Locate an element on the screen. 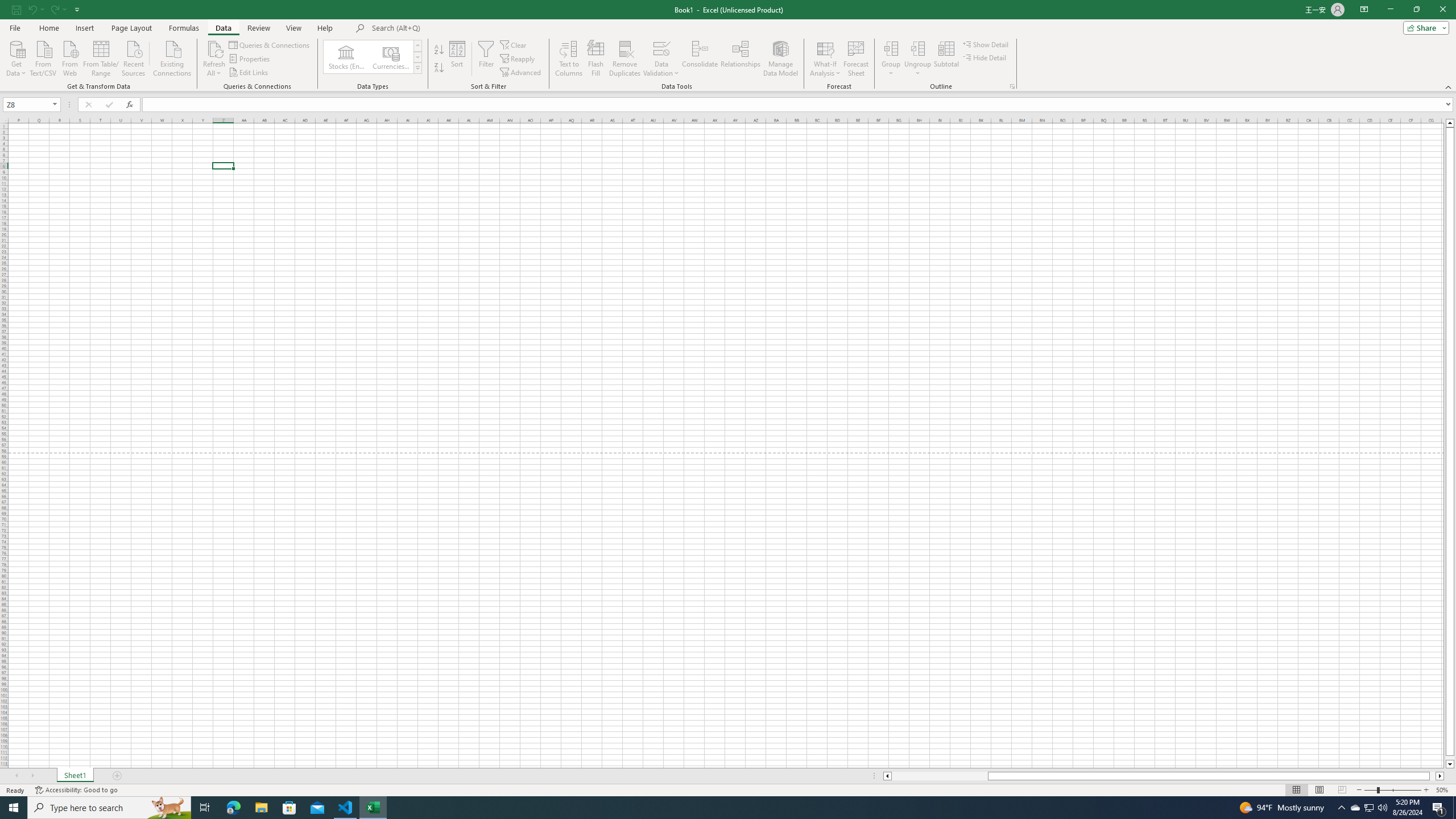 The width and height of the screenshot is (1456, 819). 'Group...' is located at coordinates (890, 48).